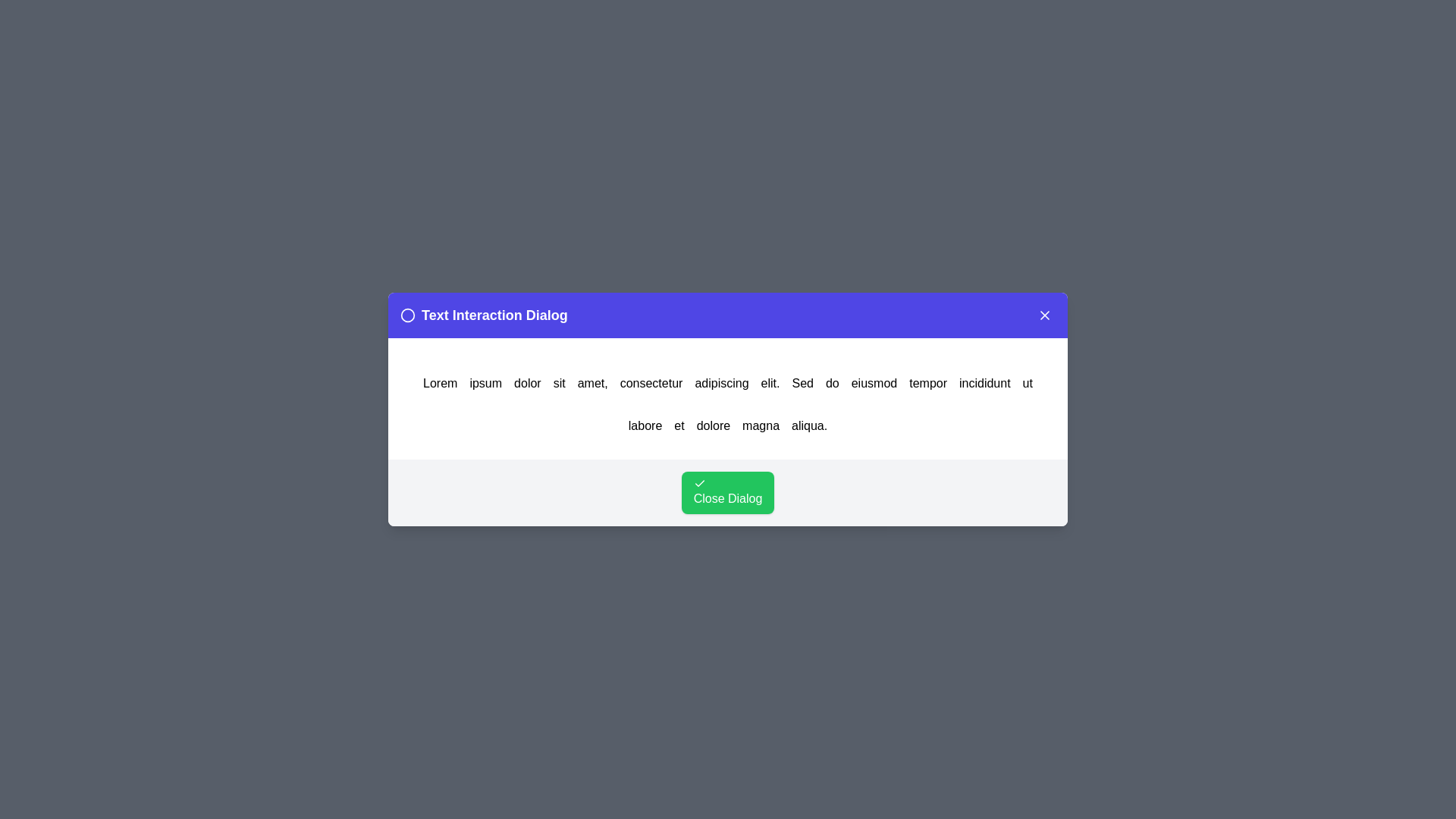 The image size is (1456, 819). What do you see at coordinates (720, 382) in the screenshot?
I see `the word adipiscing in the text to trigger an alert displaying the clicked word` at bounding box center [720, 382].